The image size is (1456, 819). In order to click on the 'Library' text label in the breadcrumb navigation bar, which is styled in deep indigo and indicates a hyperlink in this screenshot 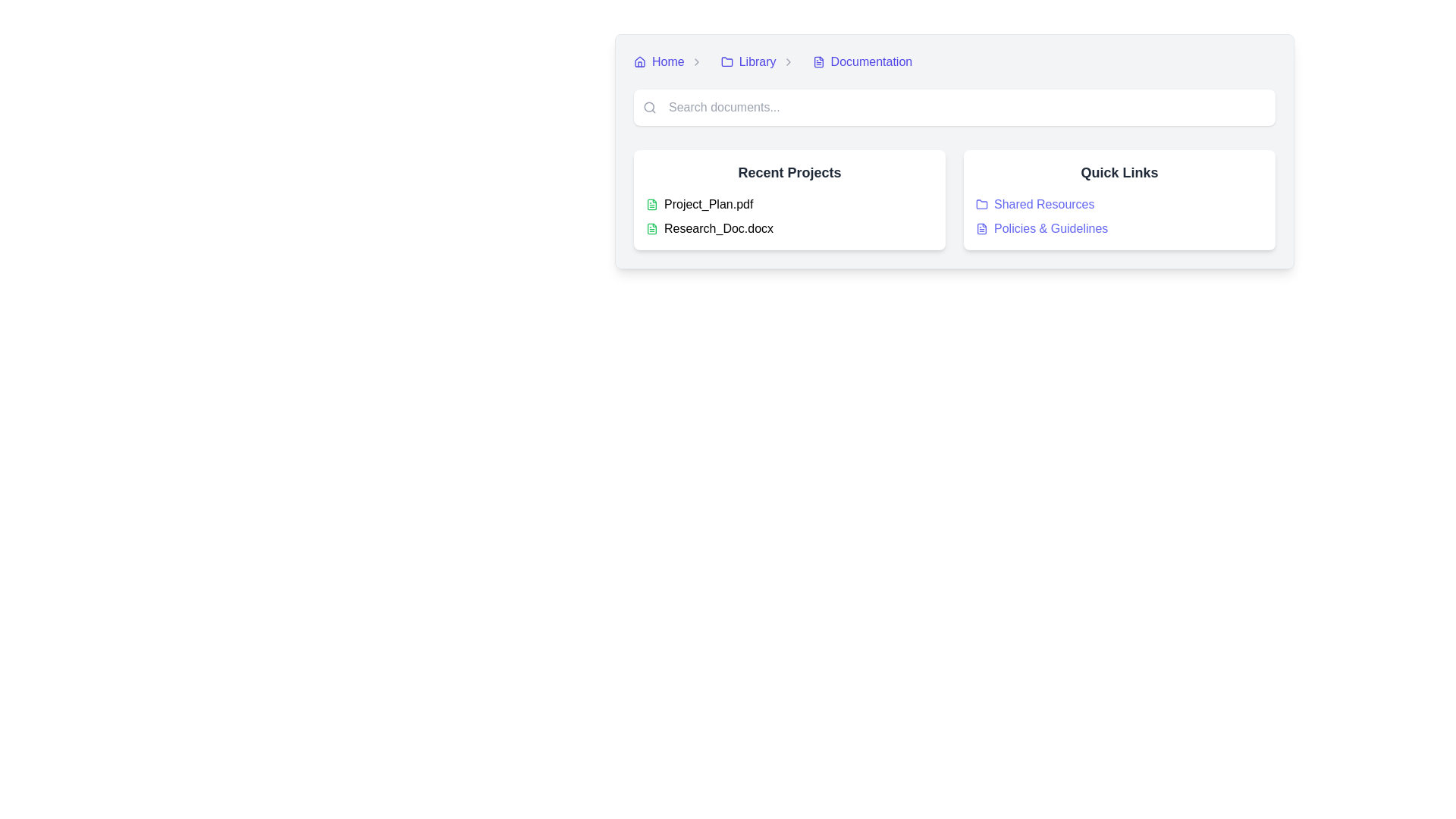, I will do `click(758, 61)`.